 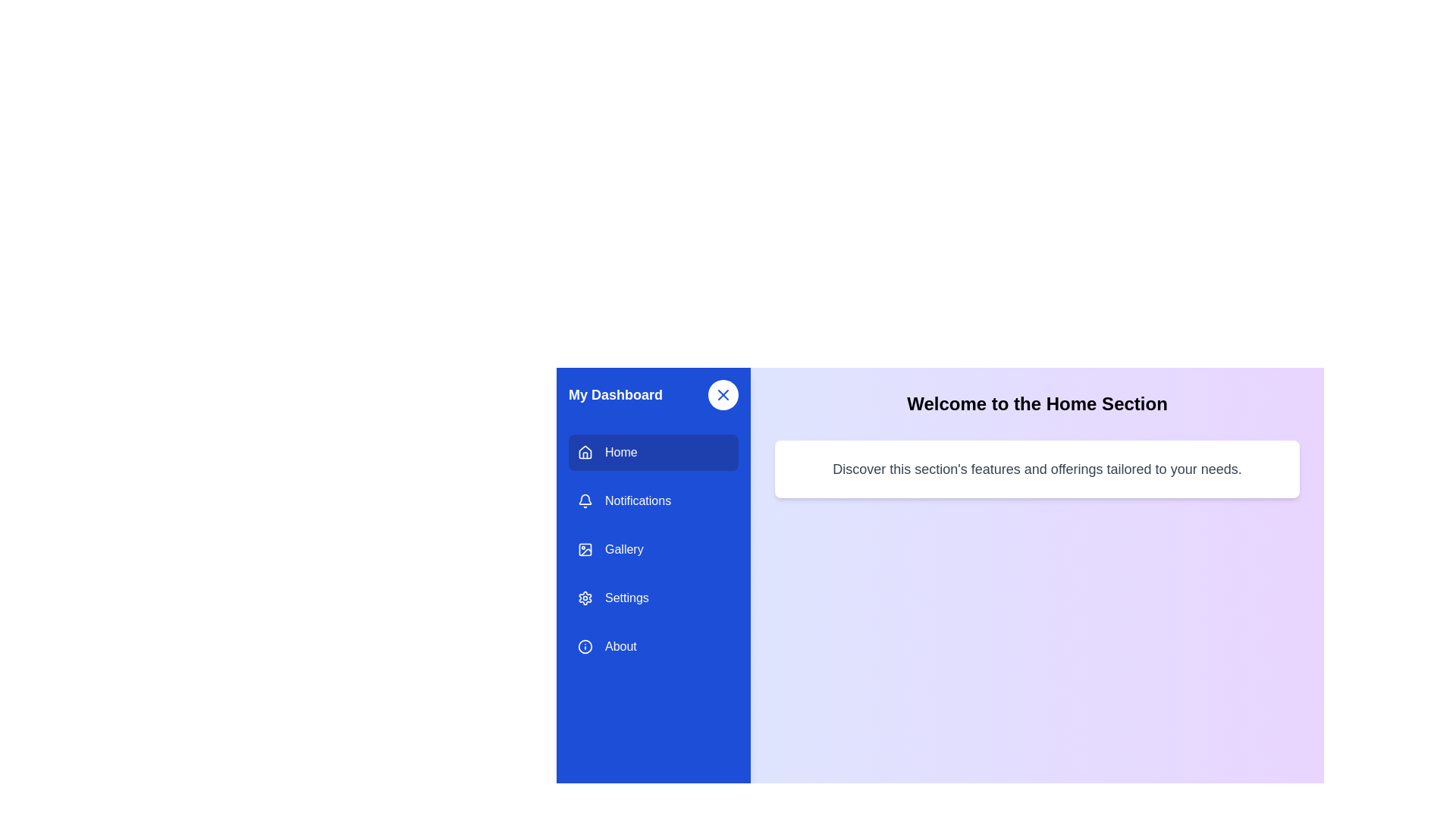 What do you see at coordinates (654, 646) in the screenshot?
I see `the menu item labeled About to navigate to its section` at bounding box center [654, 646].